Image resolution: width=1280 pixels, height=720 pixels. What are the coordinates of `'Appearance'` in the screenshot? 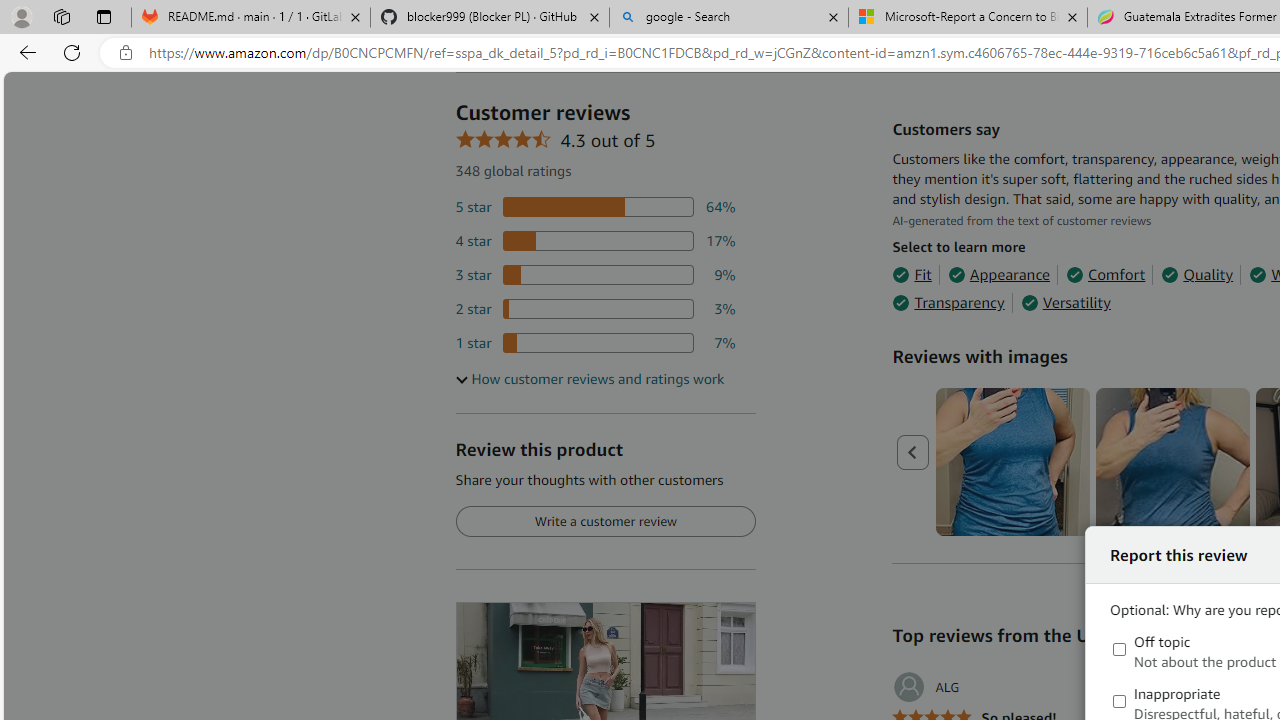 It's located at (999, 275).